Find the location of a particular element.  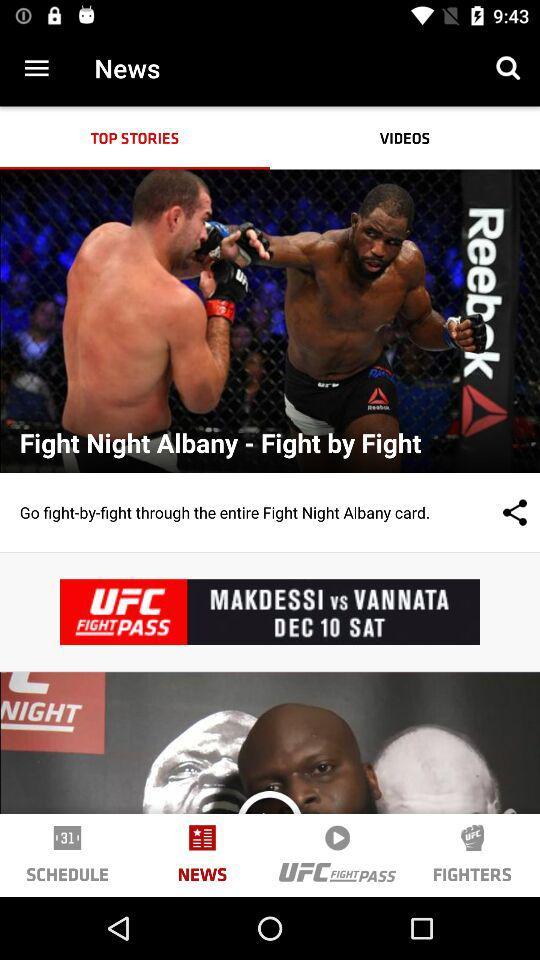

share icon is located at coordinates (494, 512).